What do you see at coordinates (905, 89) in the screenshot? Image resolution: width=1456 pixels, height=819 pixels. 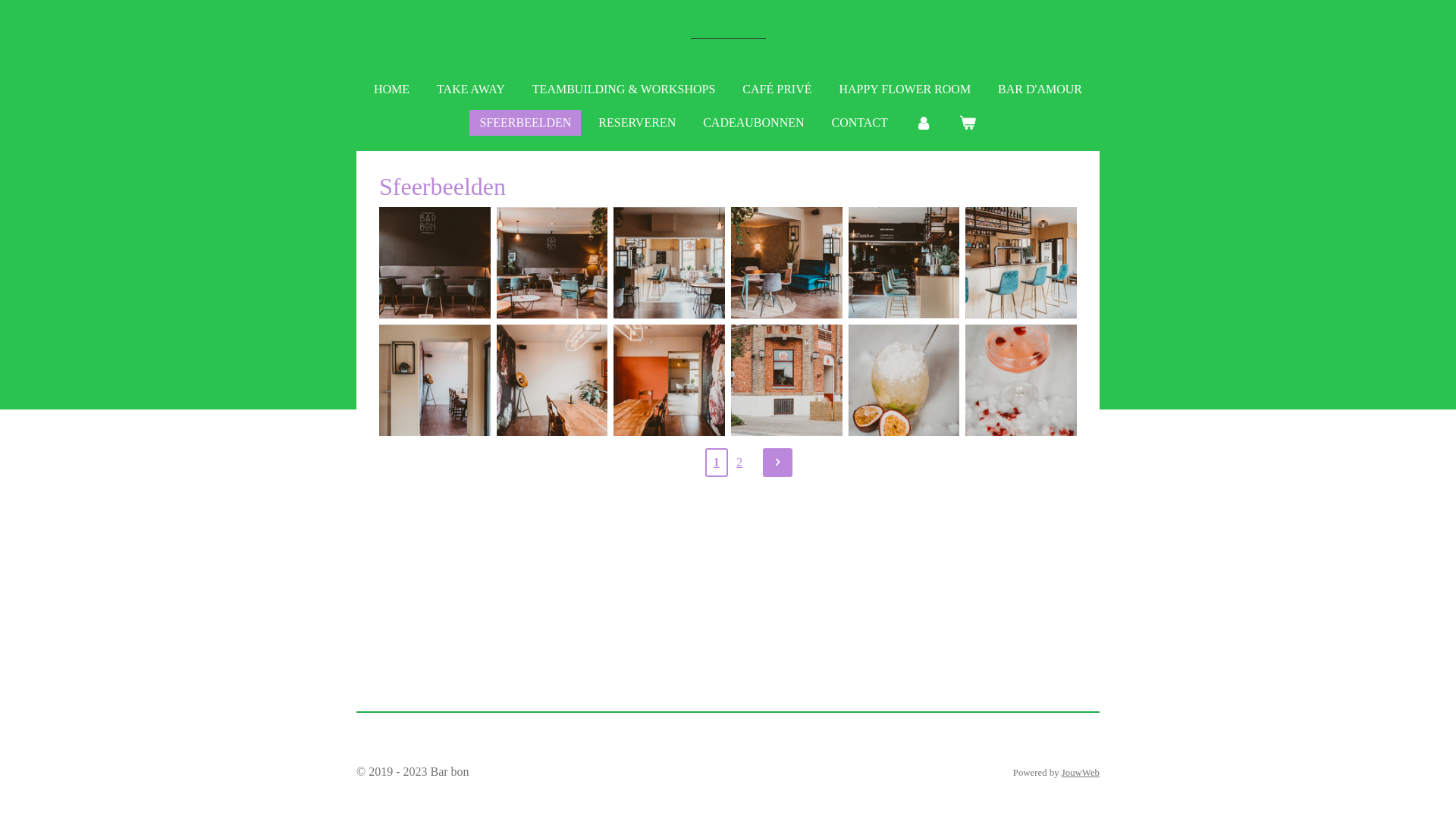 I see `'HAPPY FLOWER ROOM'` at bounding box center [905, 89].